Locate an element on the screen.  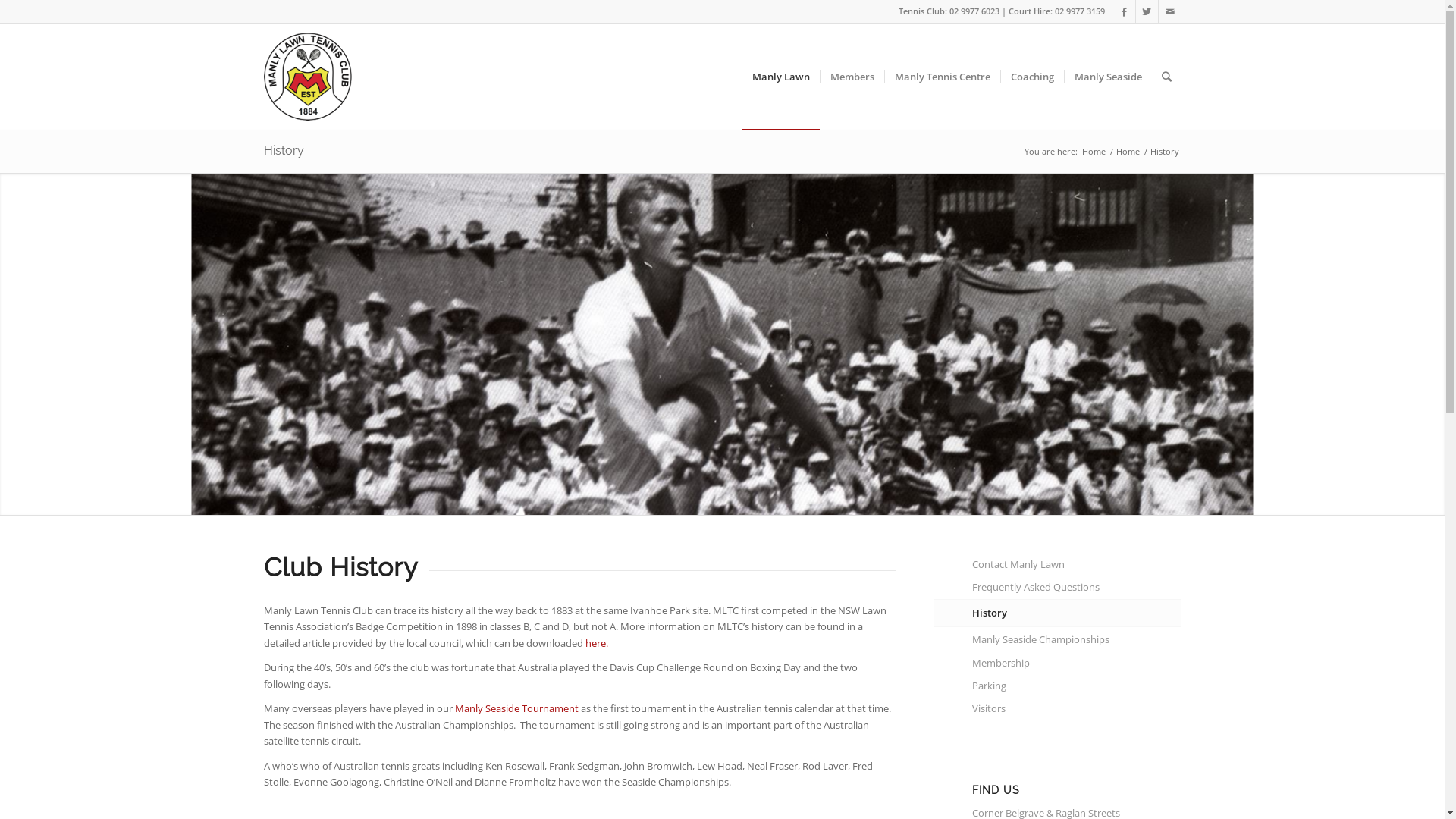
'Visitors' is located at coordinates (1076, 708).